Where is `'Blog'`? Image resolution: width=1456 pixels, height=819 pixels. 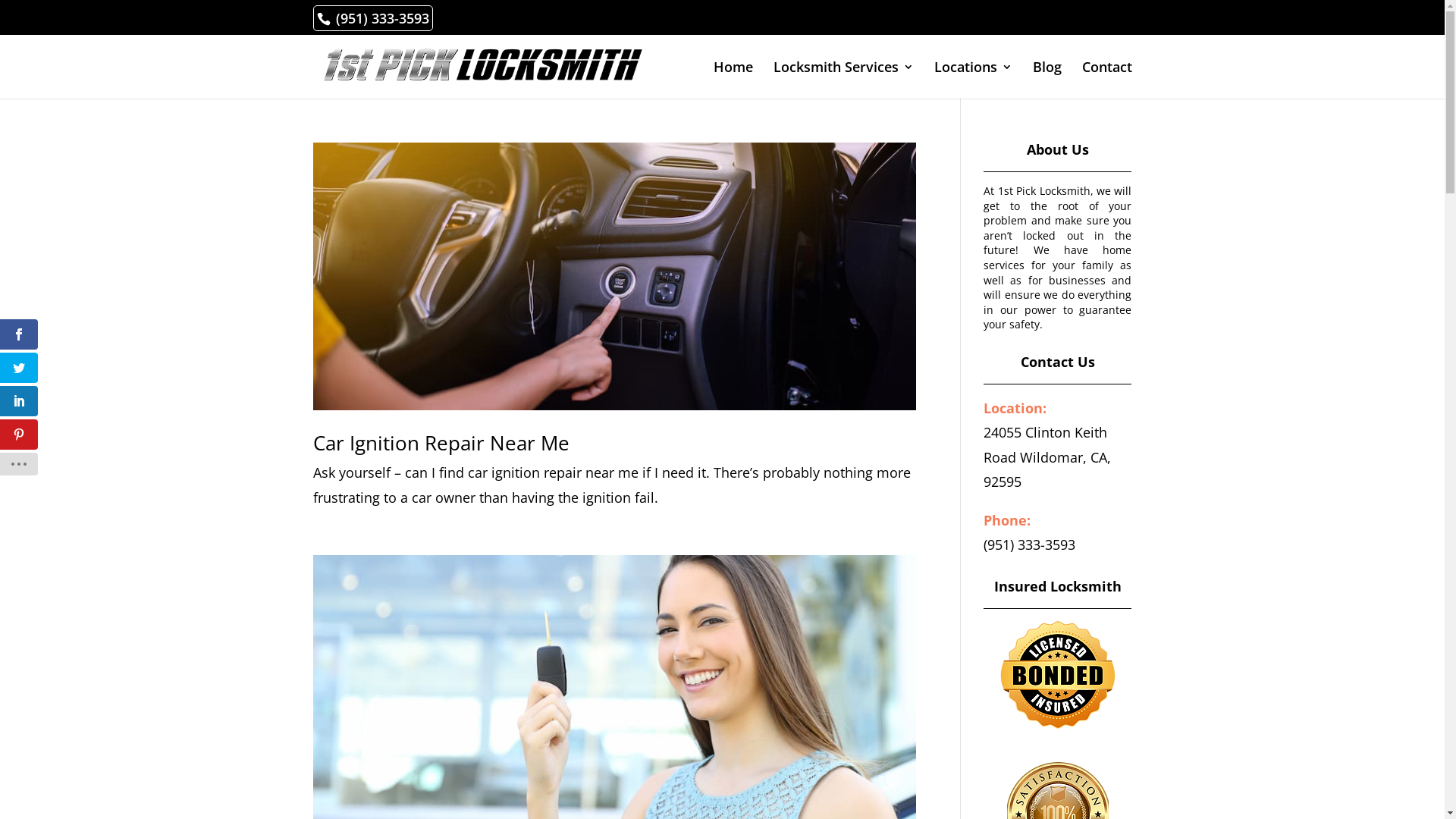
'Blog' is located at coordinates (1046, 80).